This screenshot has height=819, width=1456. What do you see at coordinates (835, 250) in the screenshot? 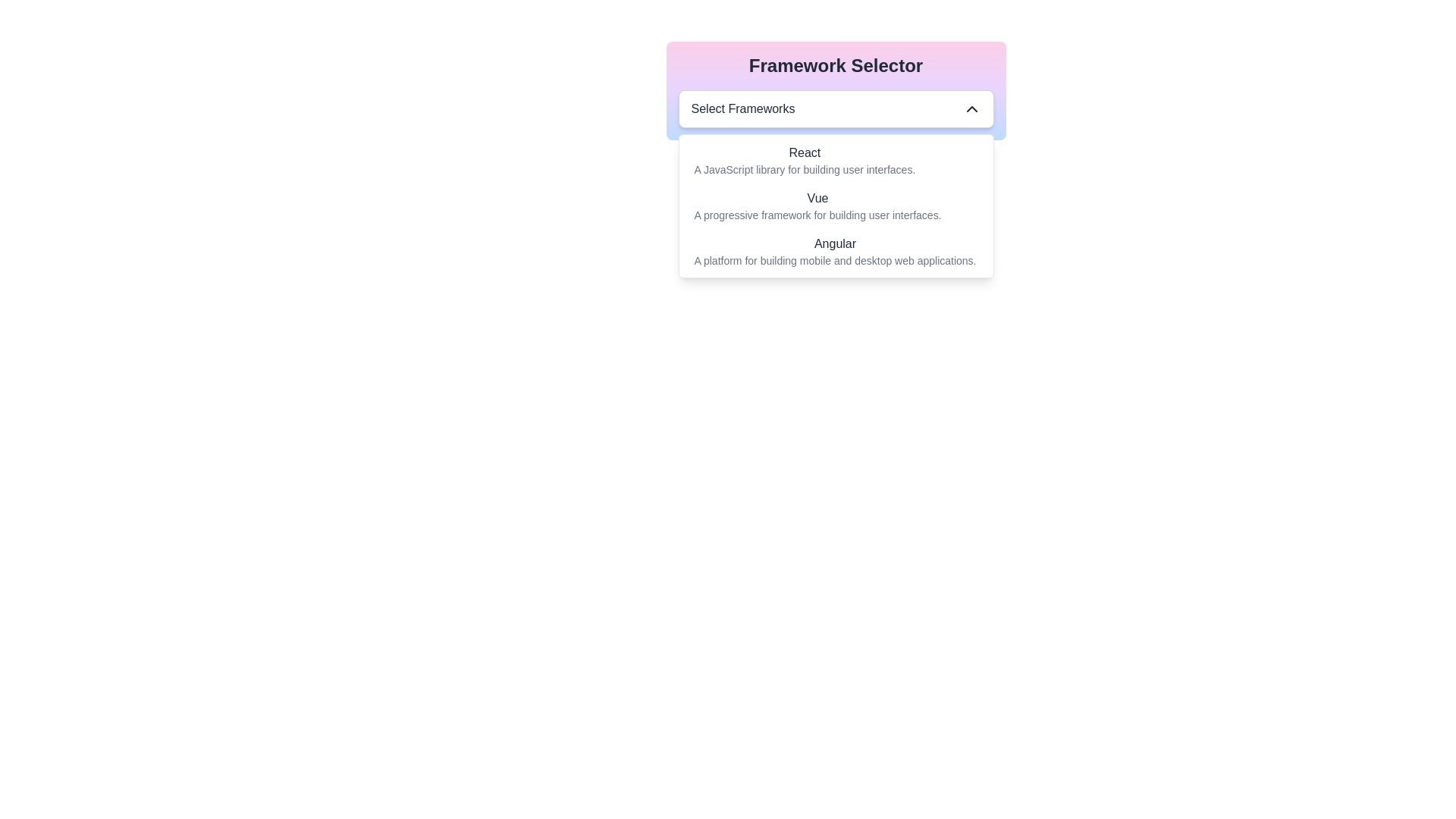
I see `the 'Angular' dropdown menu item, which is the third option in the 'Framework Selector' dropdown` at bounding box center [835, 250].